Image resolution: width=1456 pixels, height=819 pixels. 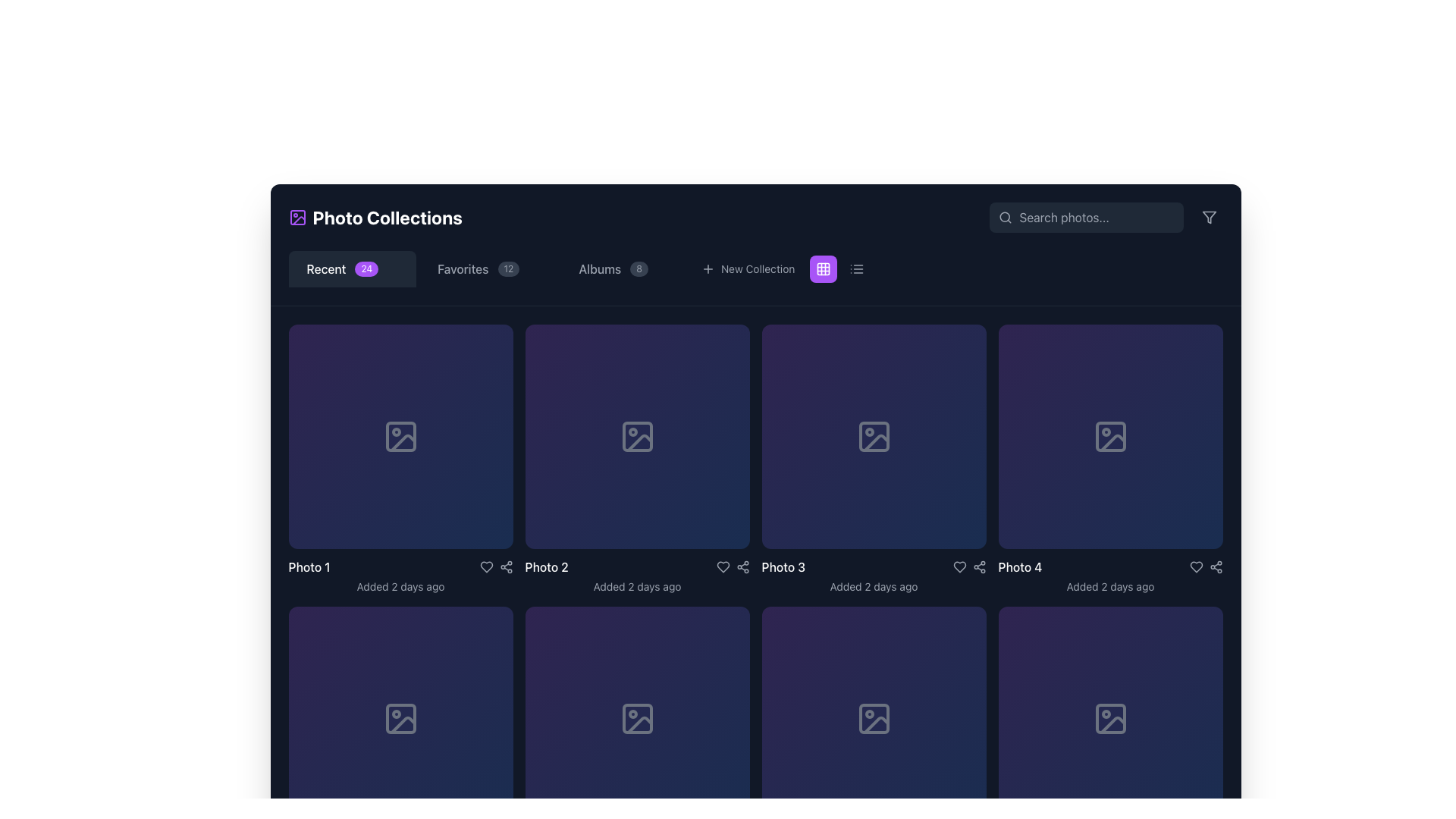 What do you see at coordinates (1110, 718) in the screenshot?
I see `the image placeholder icon, which is a gray box with rounded corners located in the fourth grid cell of the bottom row` at bounding box center [1110, 718].